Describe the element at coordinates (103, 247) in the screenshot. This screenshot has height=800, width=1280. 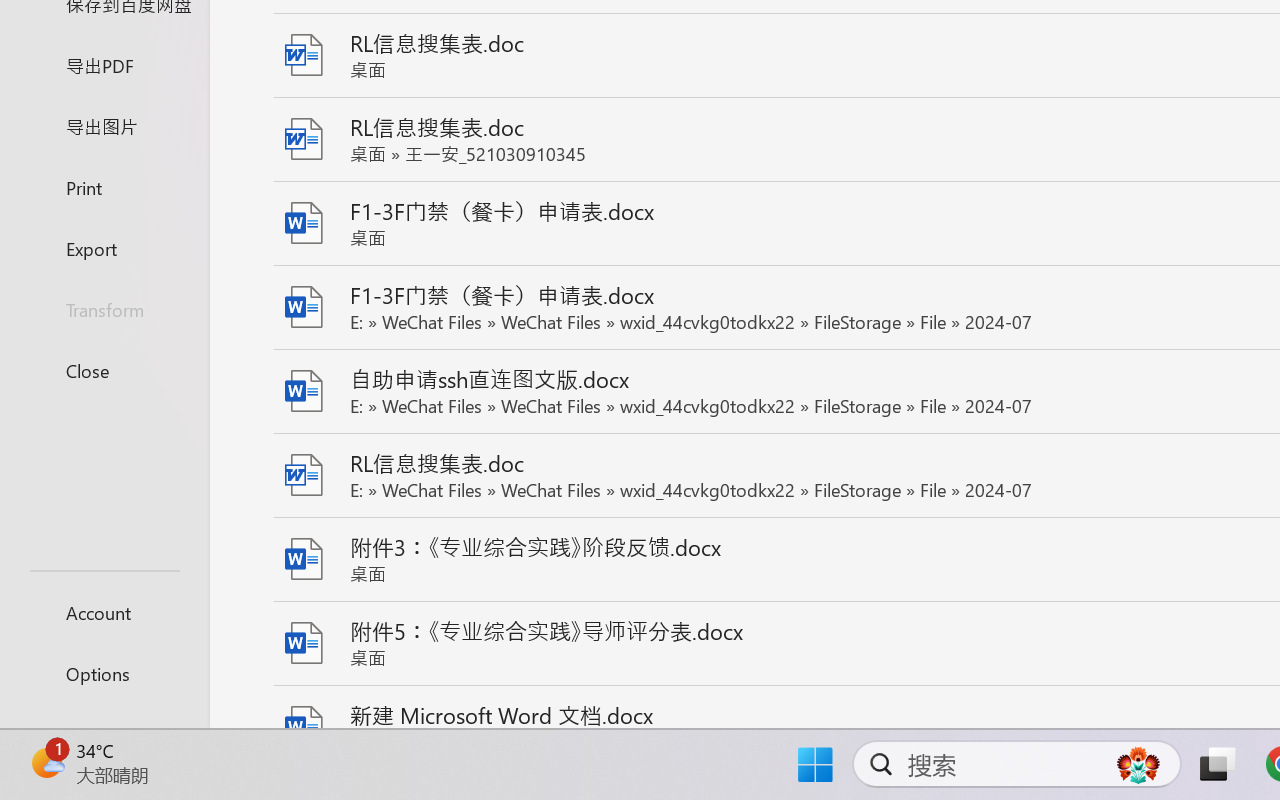
I see `'Export'` at that location.